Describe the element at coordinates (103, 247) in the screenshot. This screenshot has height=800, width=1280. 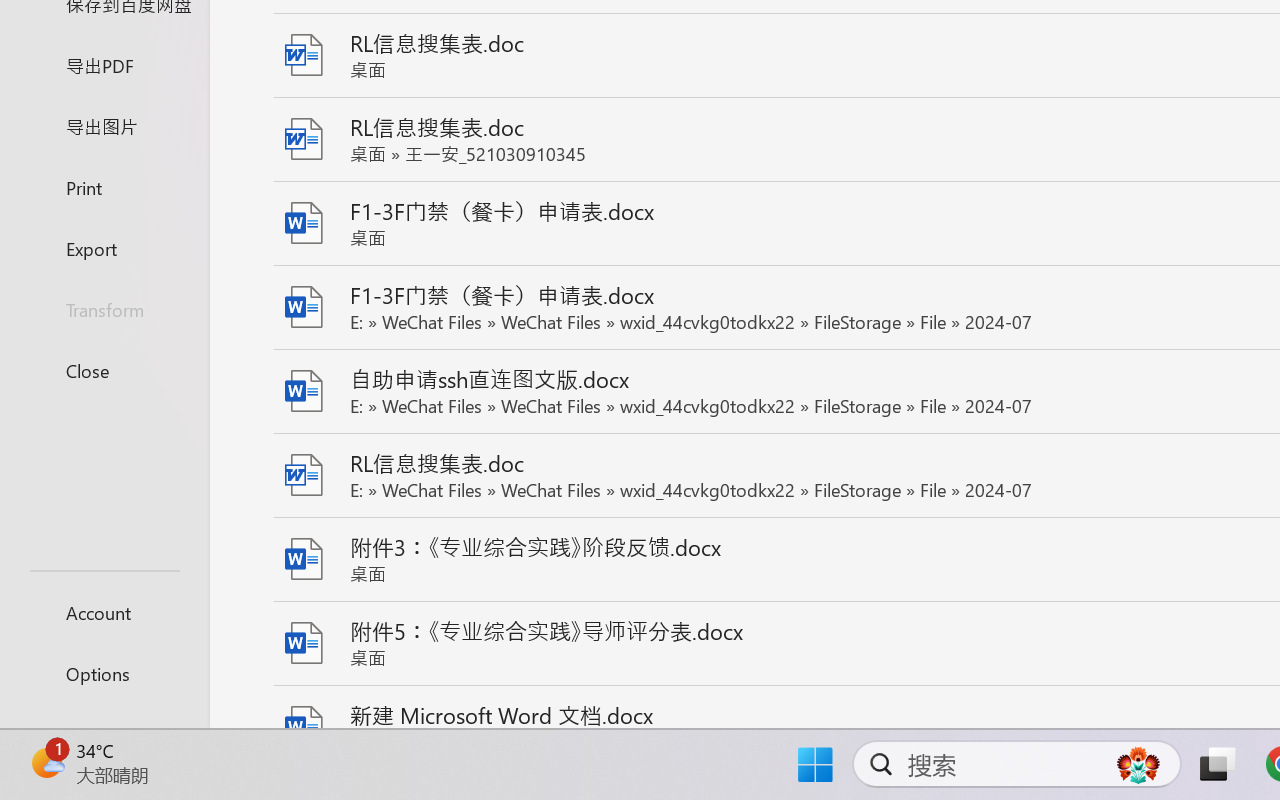
I see `'Export'` at that location.